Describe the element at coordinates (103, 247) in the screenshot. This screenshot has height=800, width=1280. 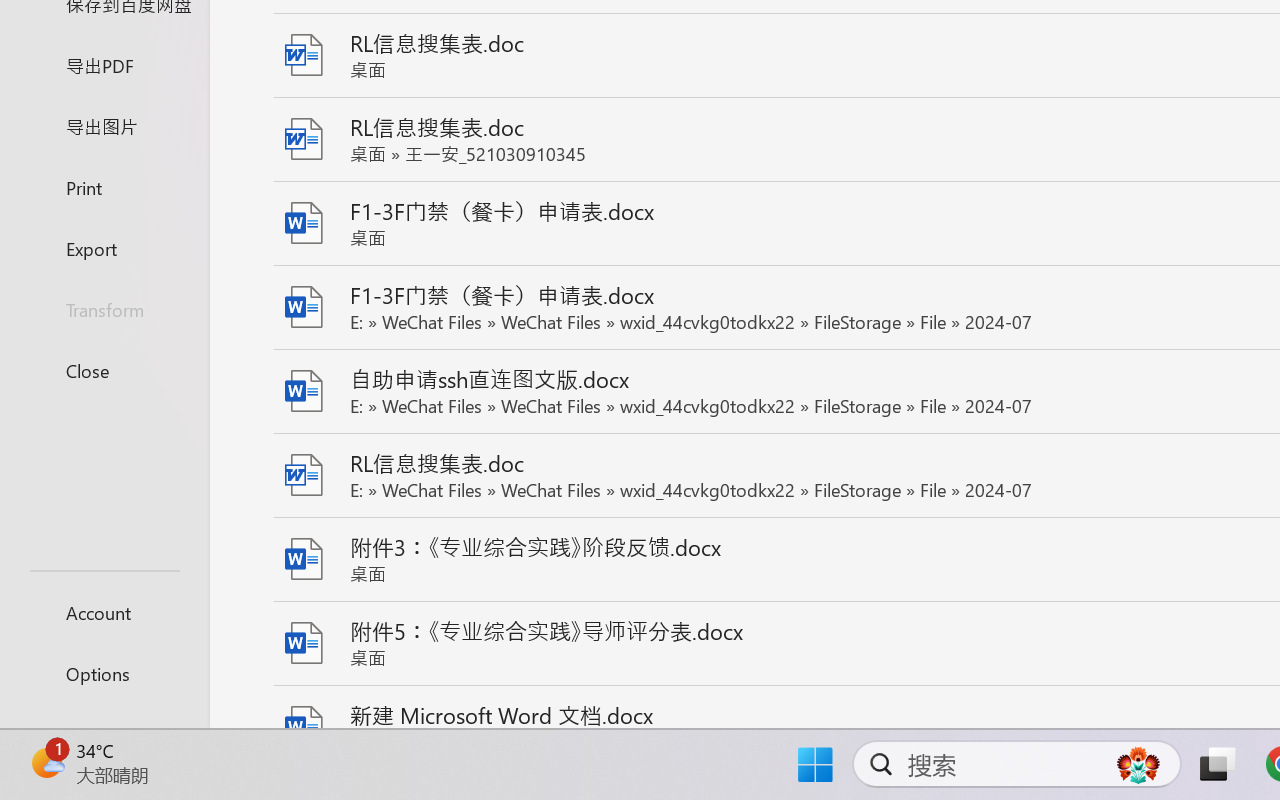
I see `'Export'` at that location.